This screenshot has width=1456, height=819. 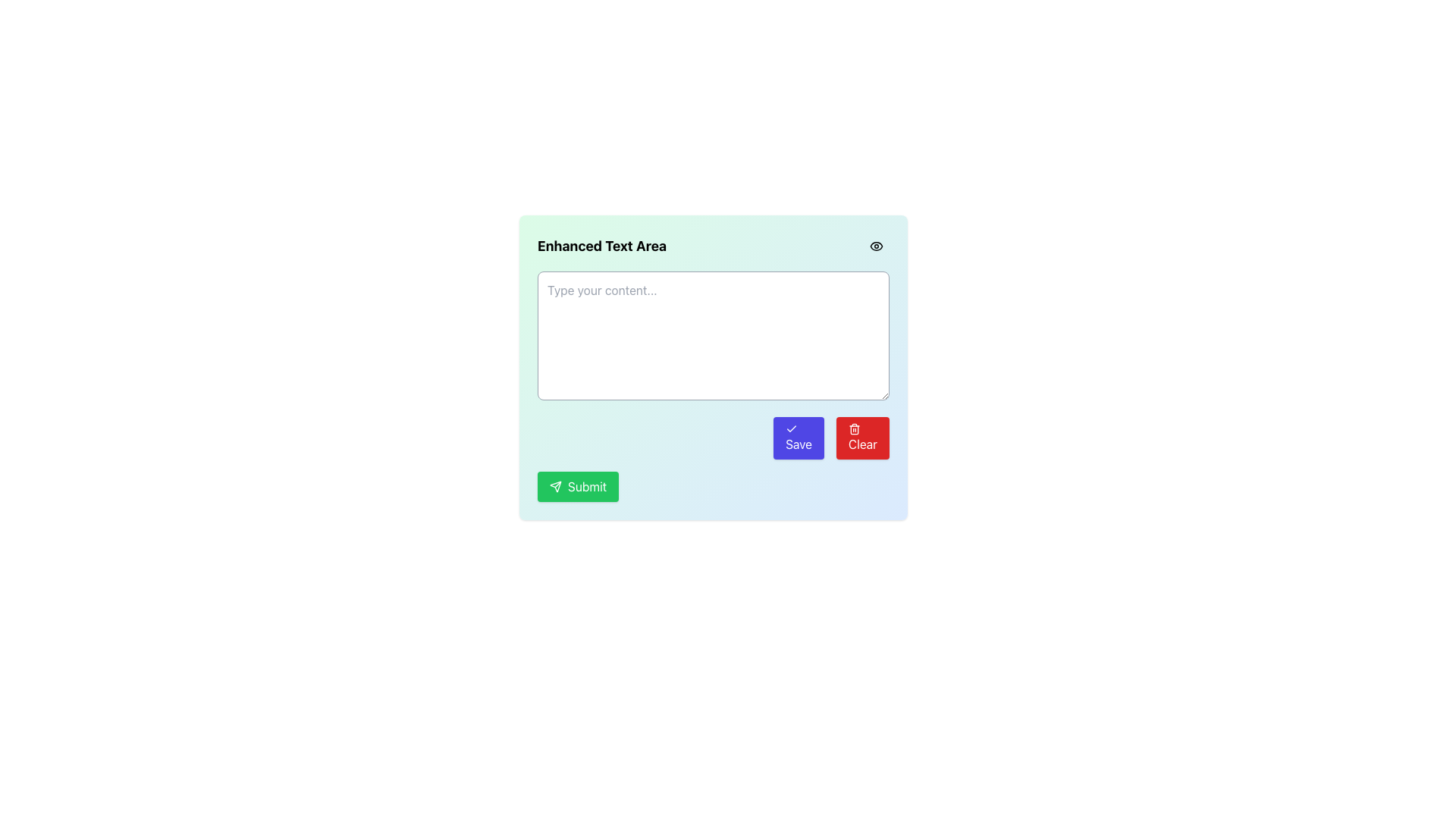 I want to click on the 'Clear' button, which is a red rectangular button with a trash icon above the text, located at the bottom right of the content card, so click(x=862, y=438).